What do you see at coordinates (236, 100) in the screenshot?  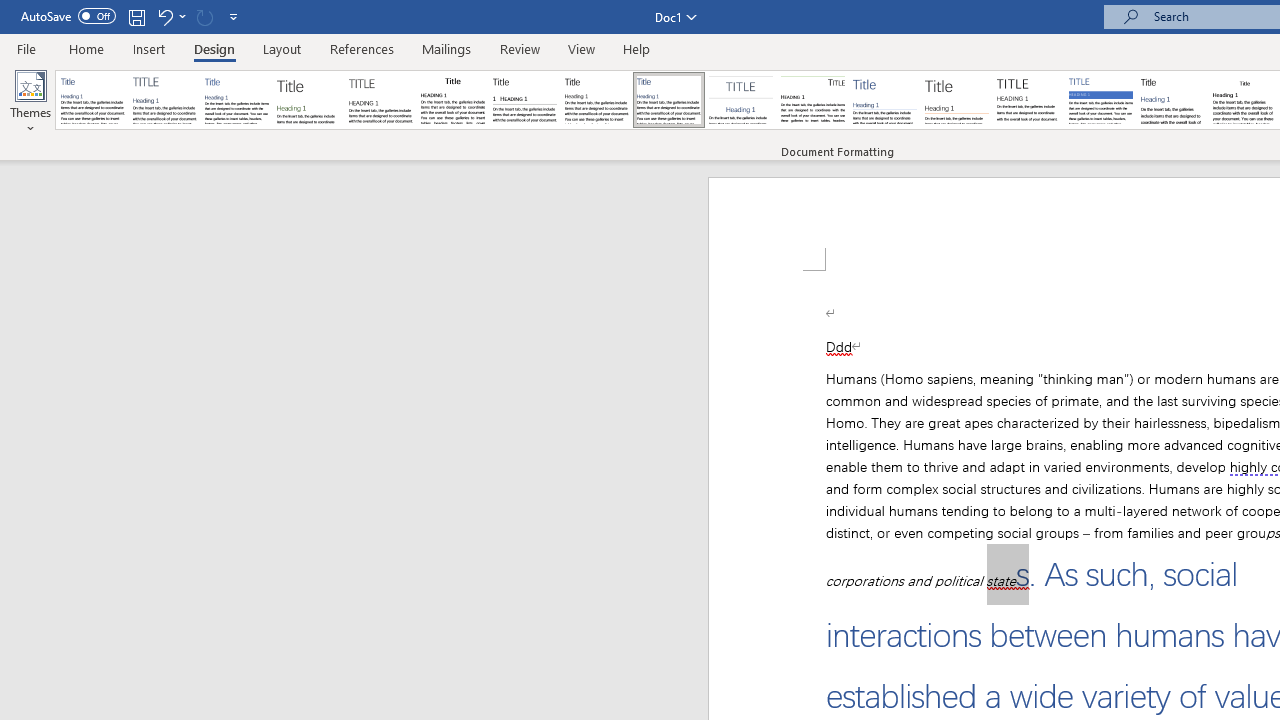 I see `'Basic (Simple)'` at bounding box center [236, 100].